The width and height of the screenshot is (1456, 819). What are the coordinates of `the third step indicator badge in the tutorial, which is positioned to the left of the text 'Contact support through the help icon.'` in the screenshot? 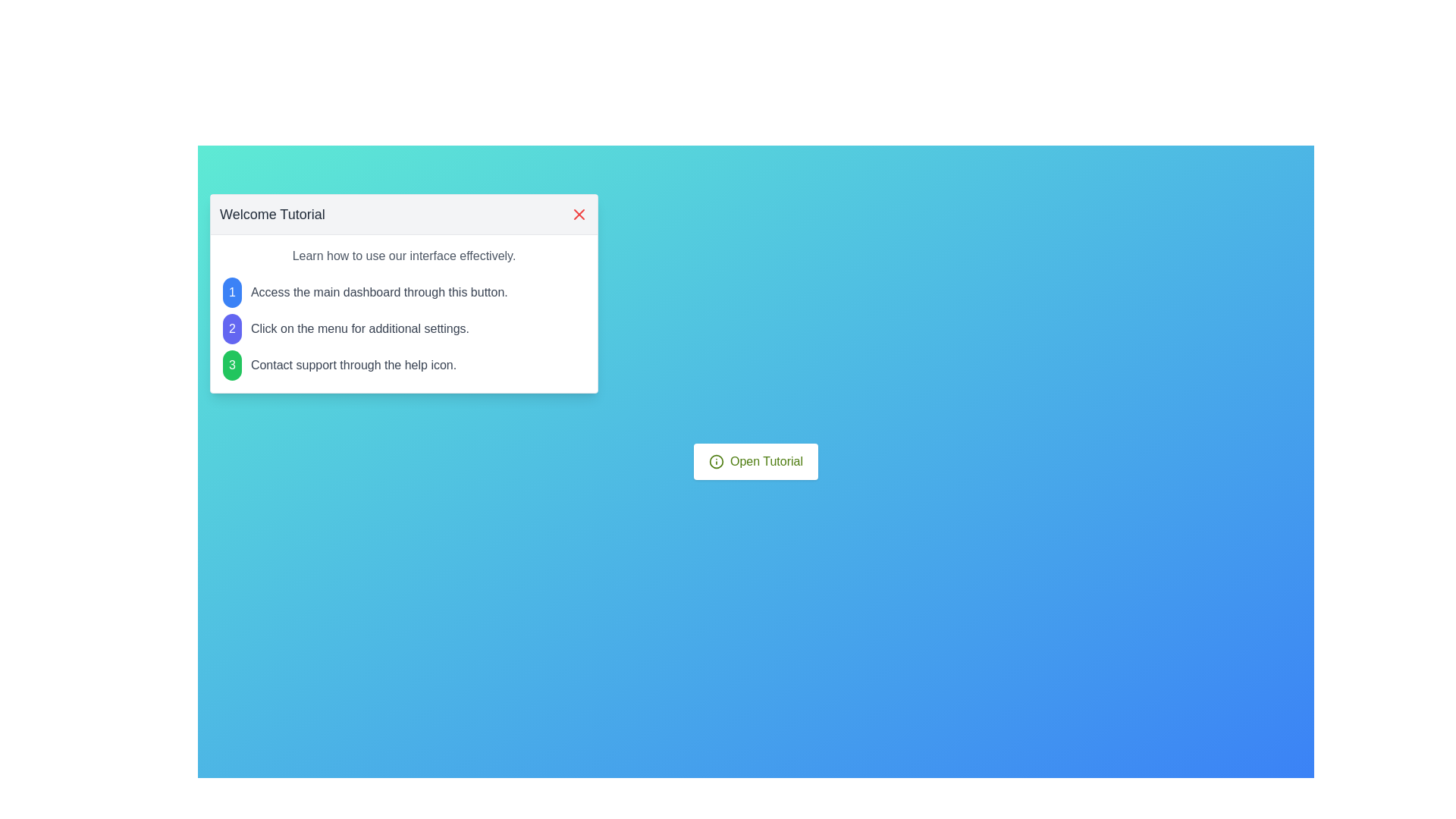 It's located at (231, 366).